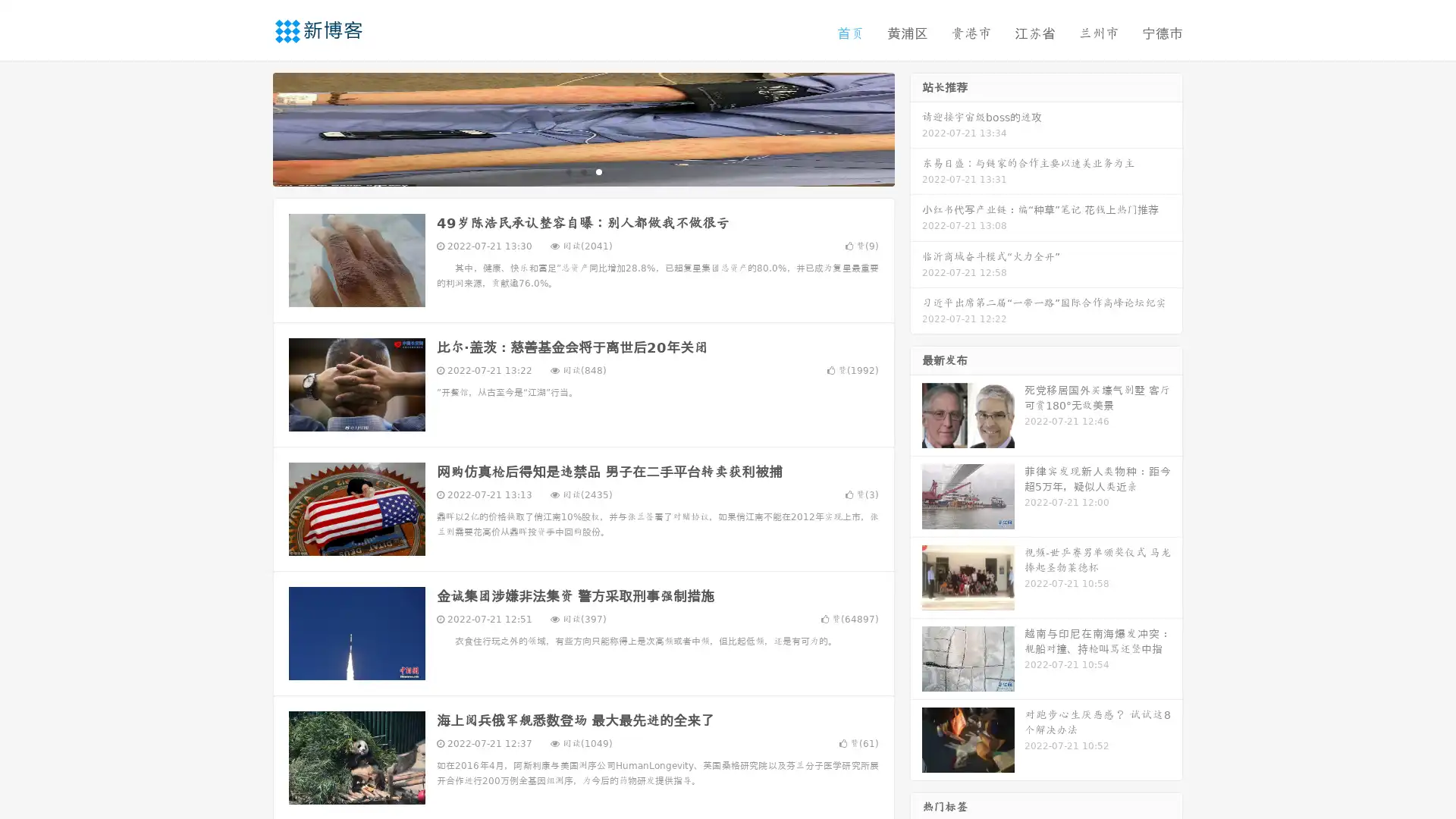  I want to click on Go to slide 3, so click(598, 171).